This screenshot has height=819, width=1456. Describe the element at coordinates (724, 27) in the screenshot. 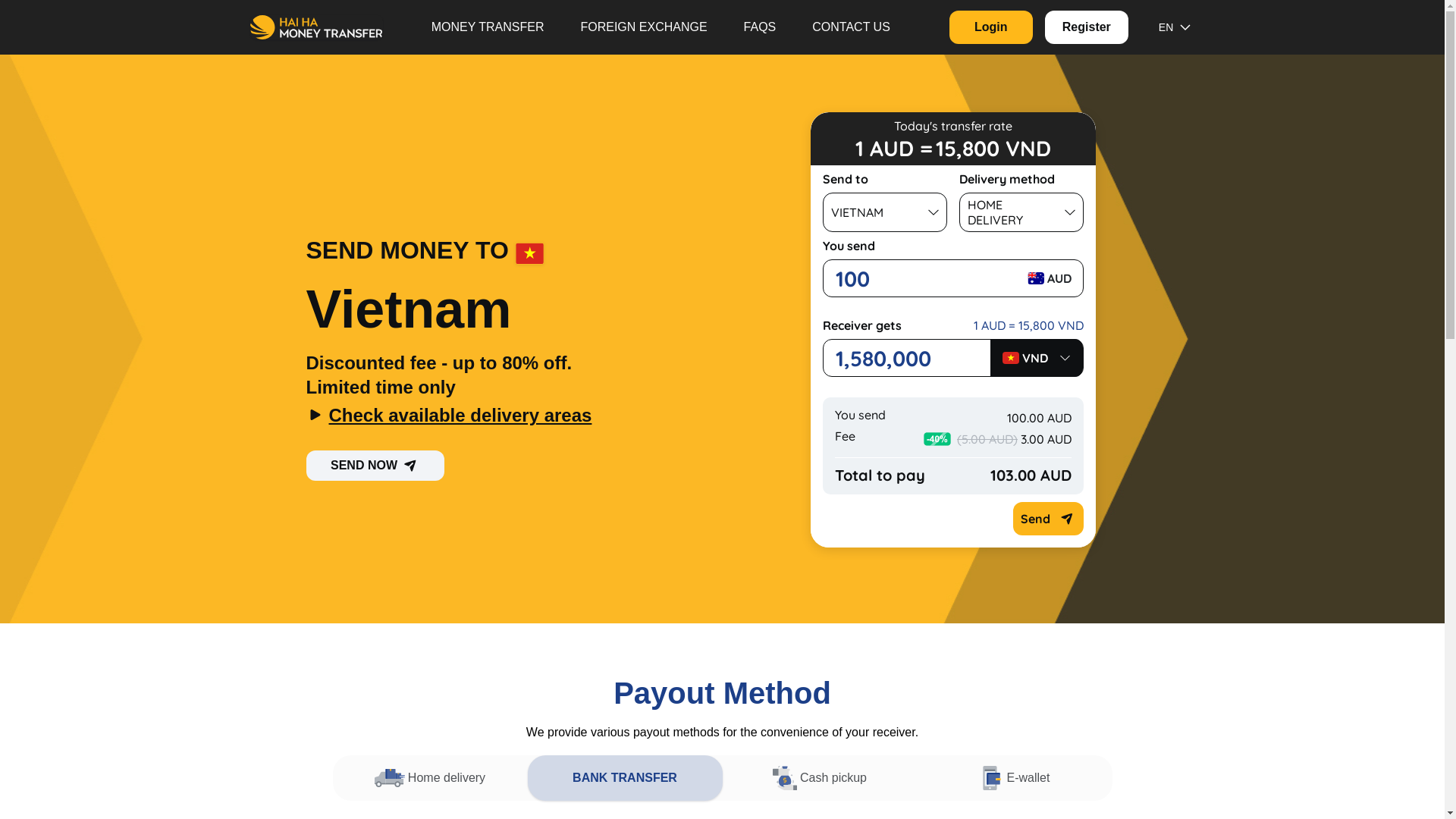

I see `'FAQS'` at that location.